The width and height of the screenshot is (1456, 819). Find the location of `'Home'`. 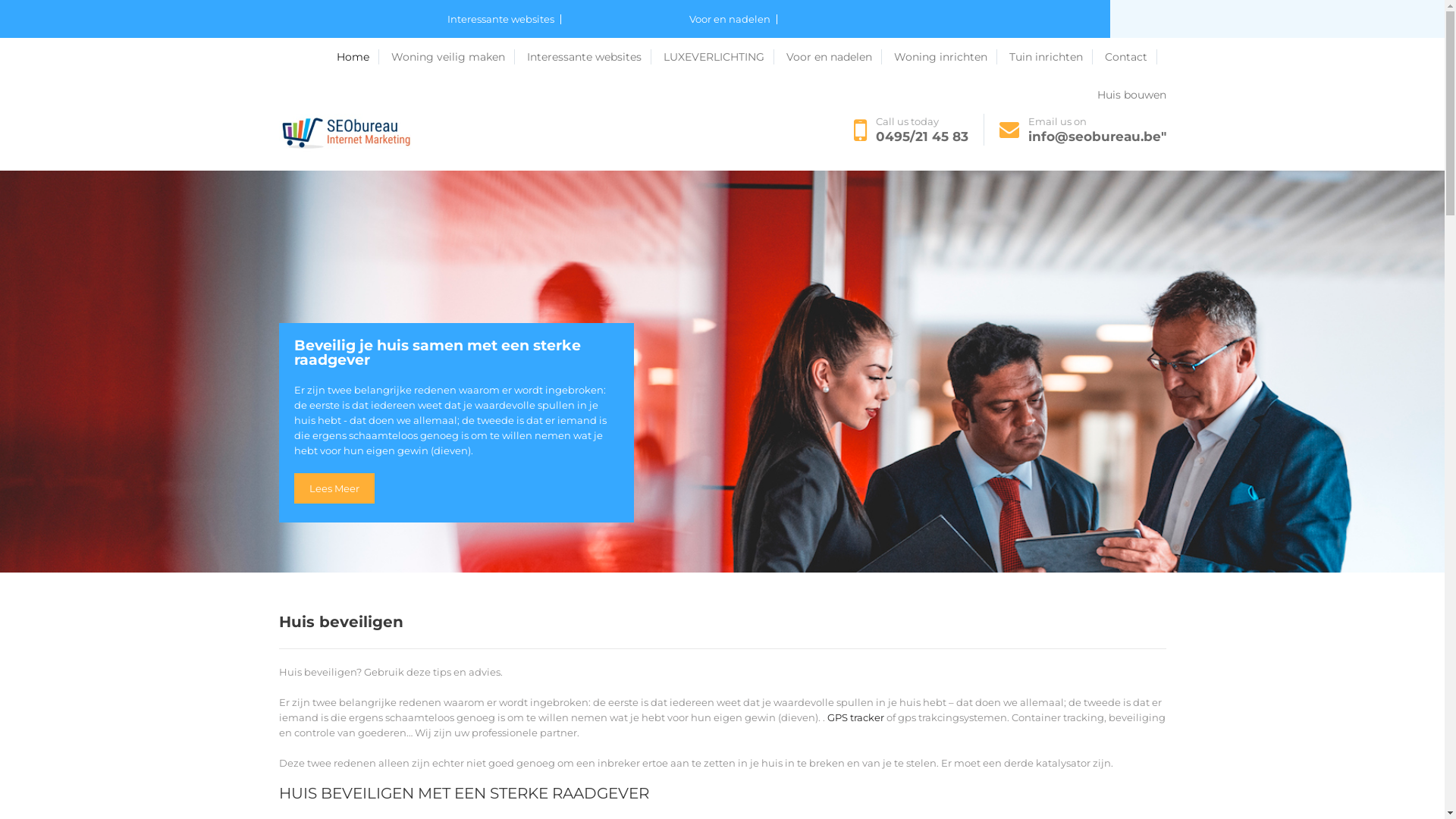

'Home' is located at coordinates (336, 55).